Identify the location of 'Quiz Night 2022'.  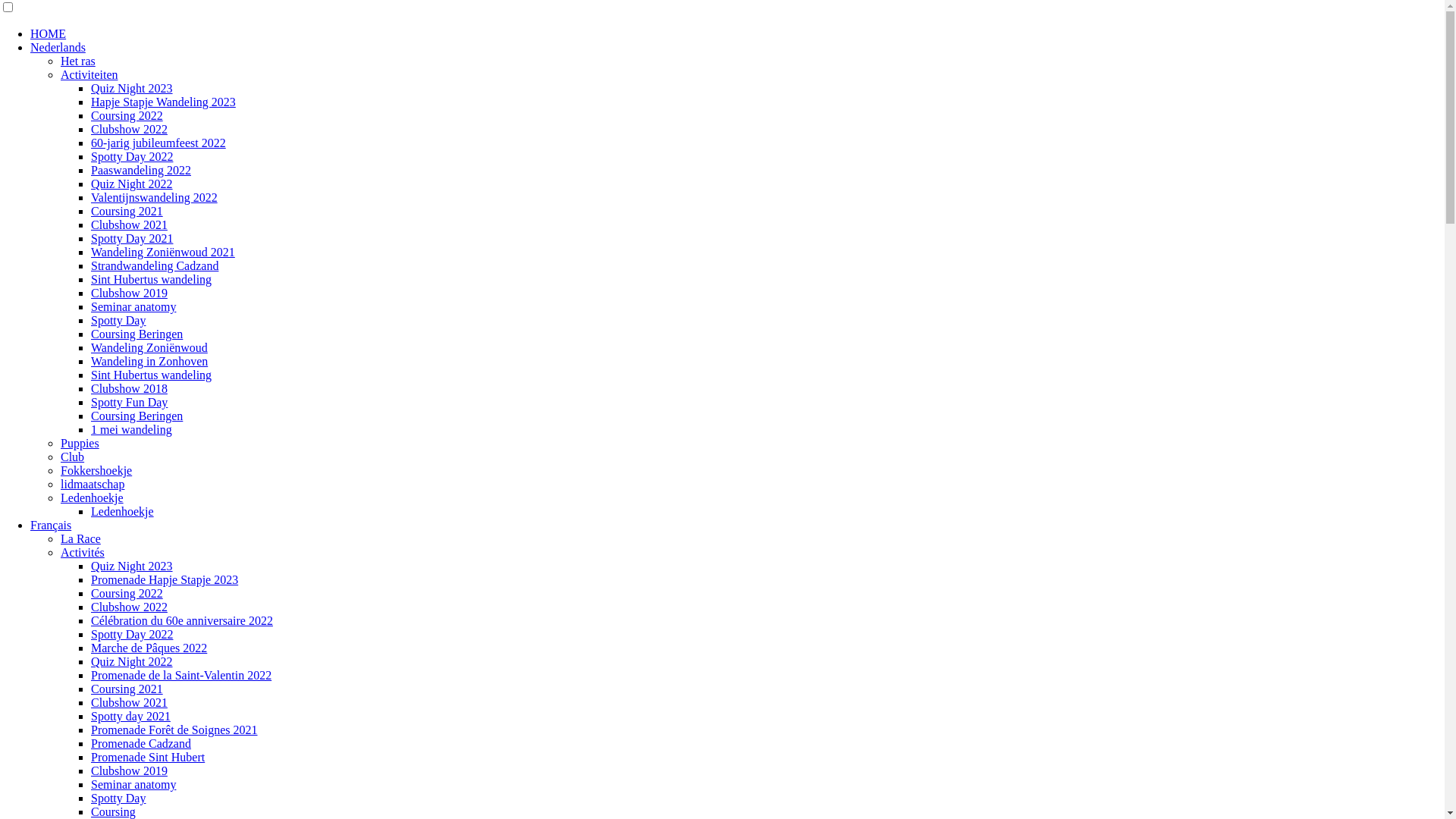
(131, 183).